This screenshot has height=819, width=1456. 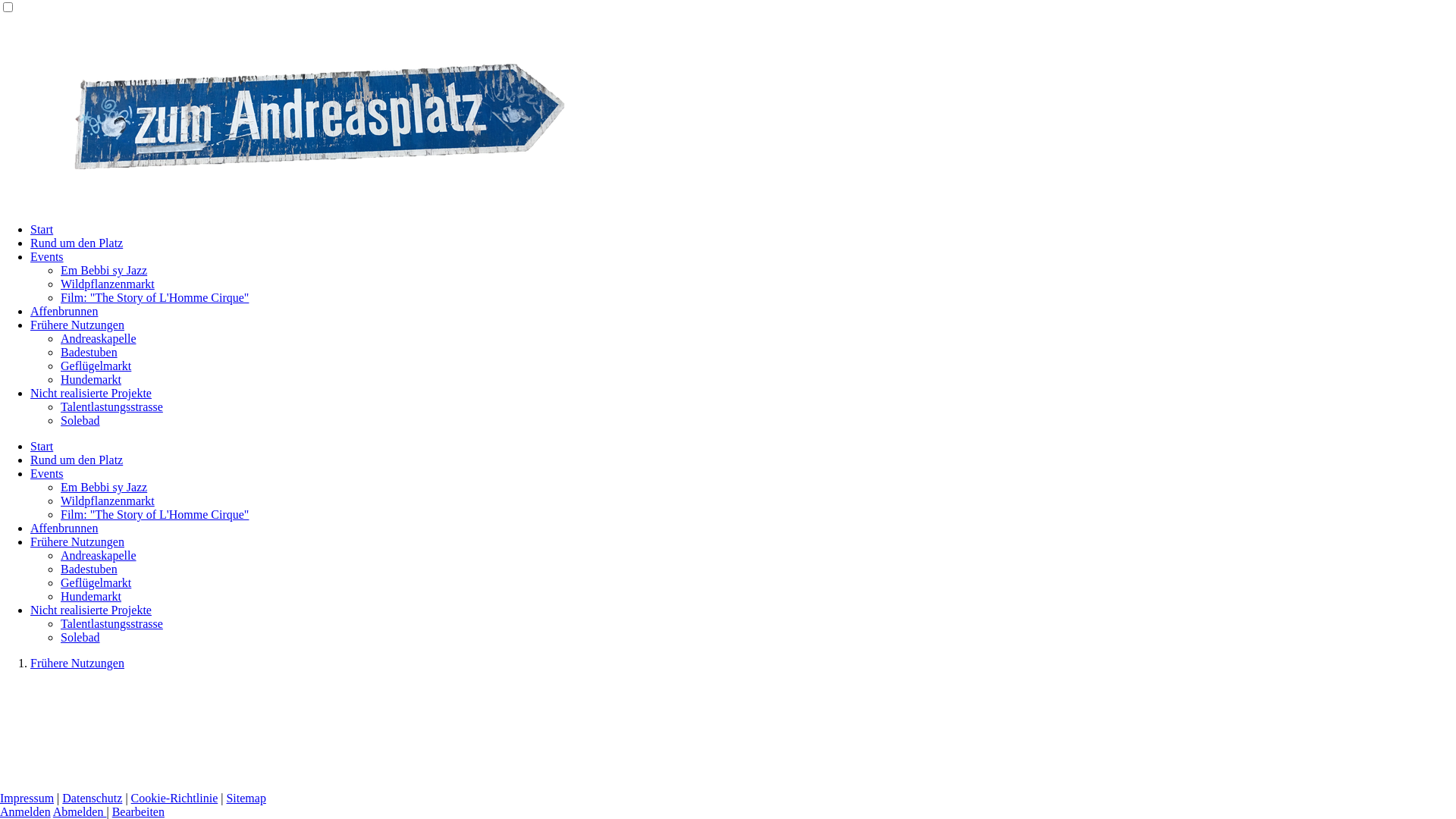 I want to click on 'Abmelden', so click(x=79, y=811).